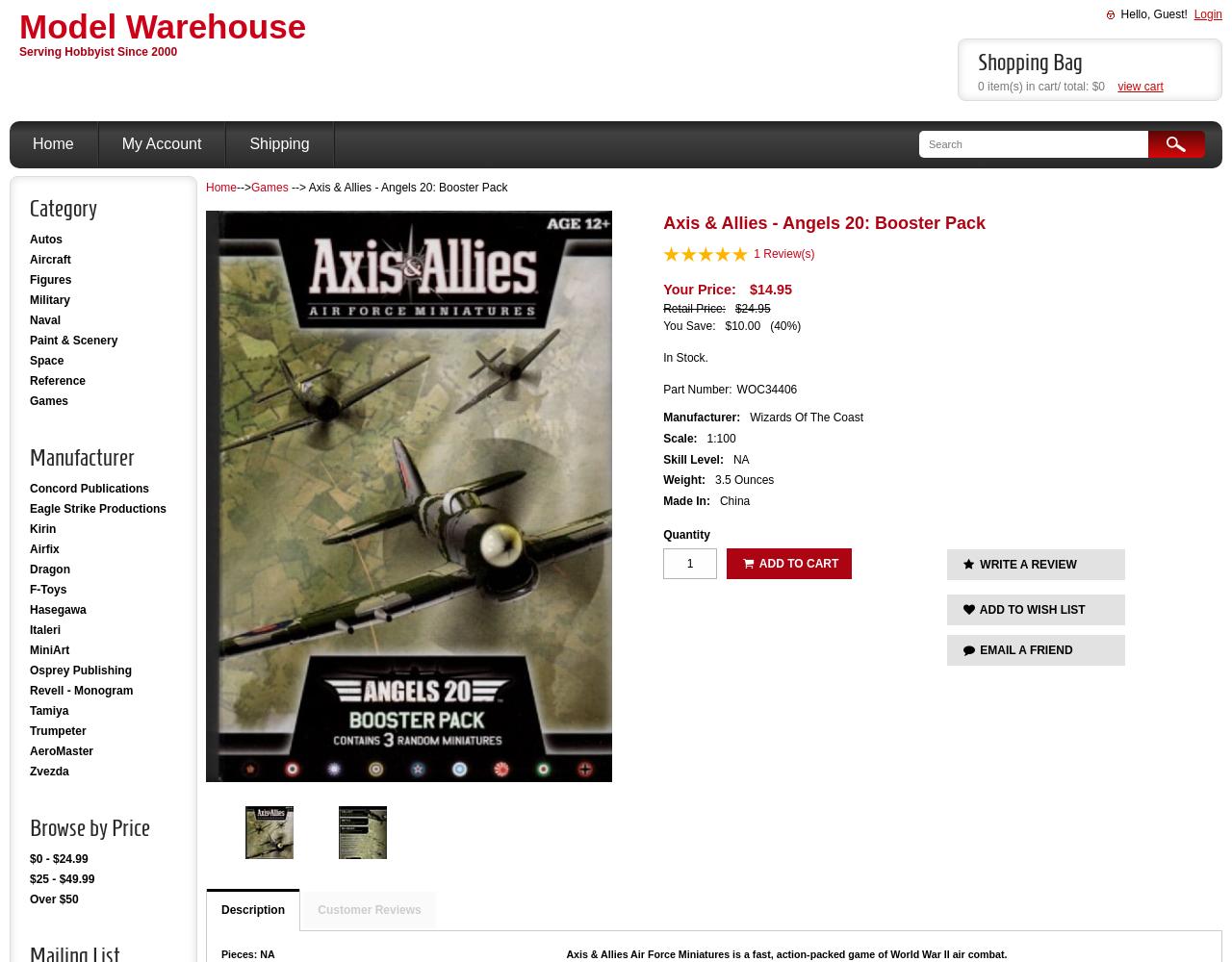 The image size is (1232, 962). What do you see at coordinates (807, 418) in the screenshot?
I see `'Wizards Of The Coast'` at bounding box center [807, 418].